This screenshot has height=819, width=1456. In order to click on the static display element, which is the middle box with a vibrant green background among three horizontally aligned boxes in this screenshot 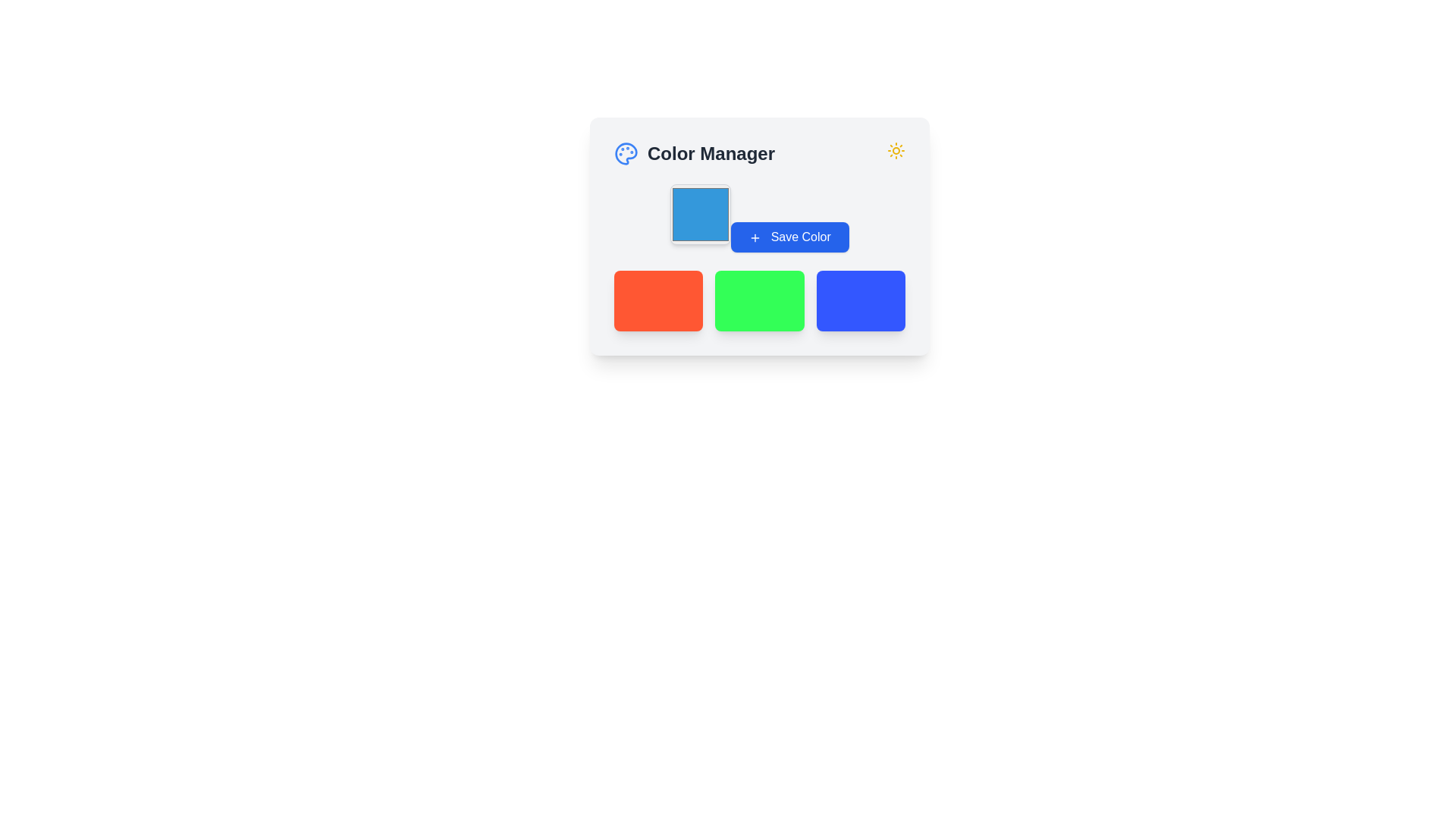, I will do `click(760, 301)`.